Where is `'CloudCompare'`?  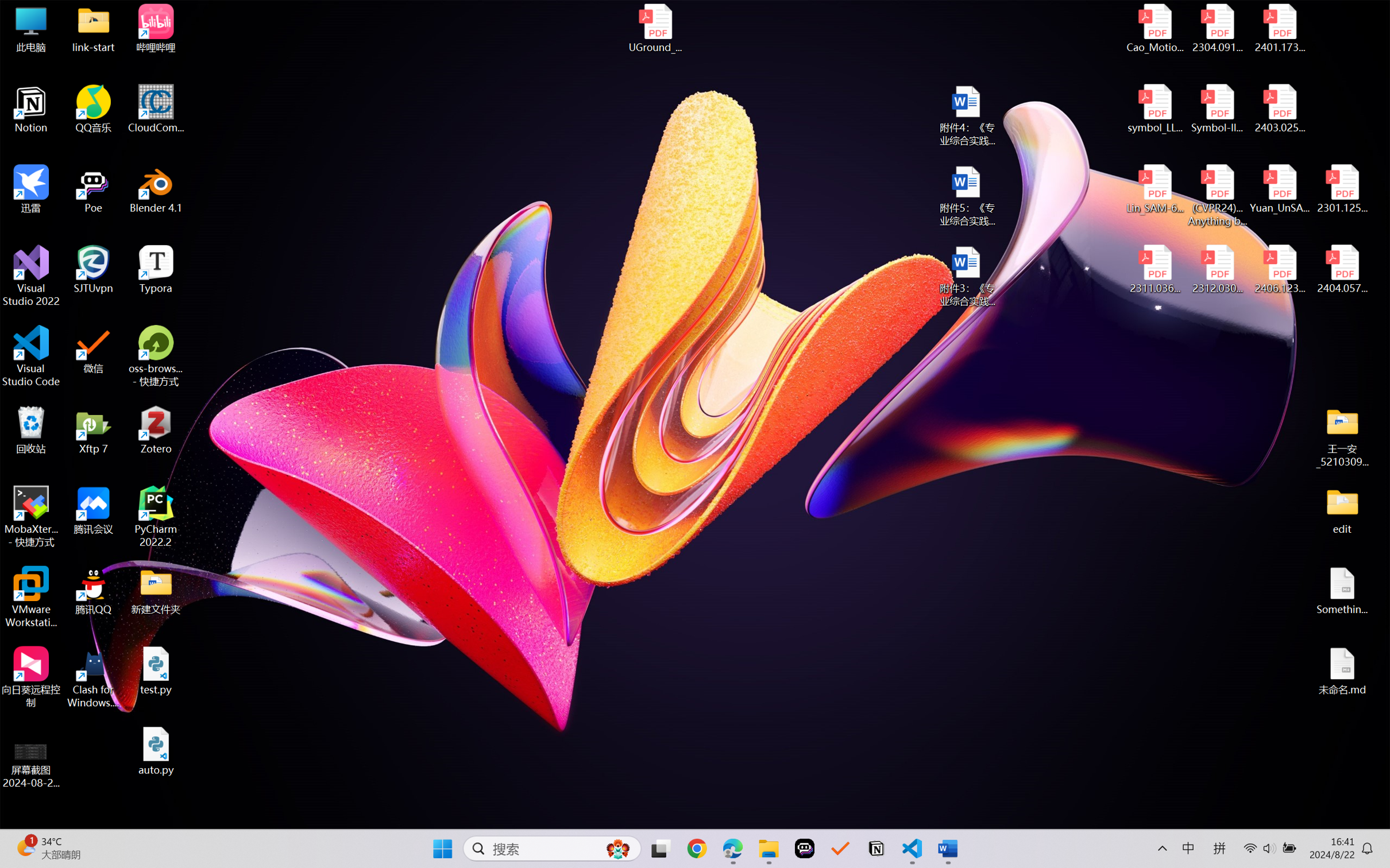 'CloudCompare' is located at coordinates (156, 109).